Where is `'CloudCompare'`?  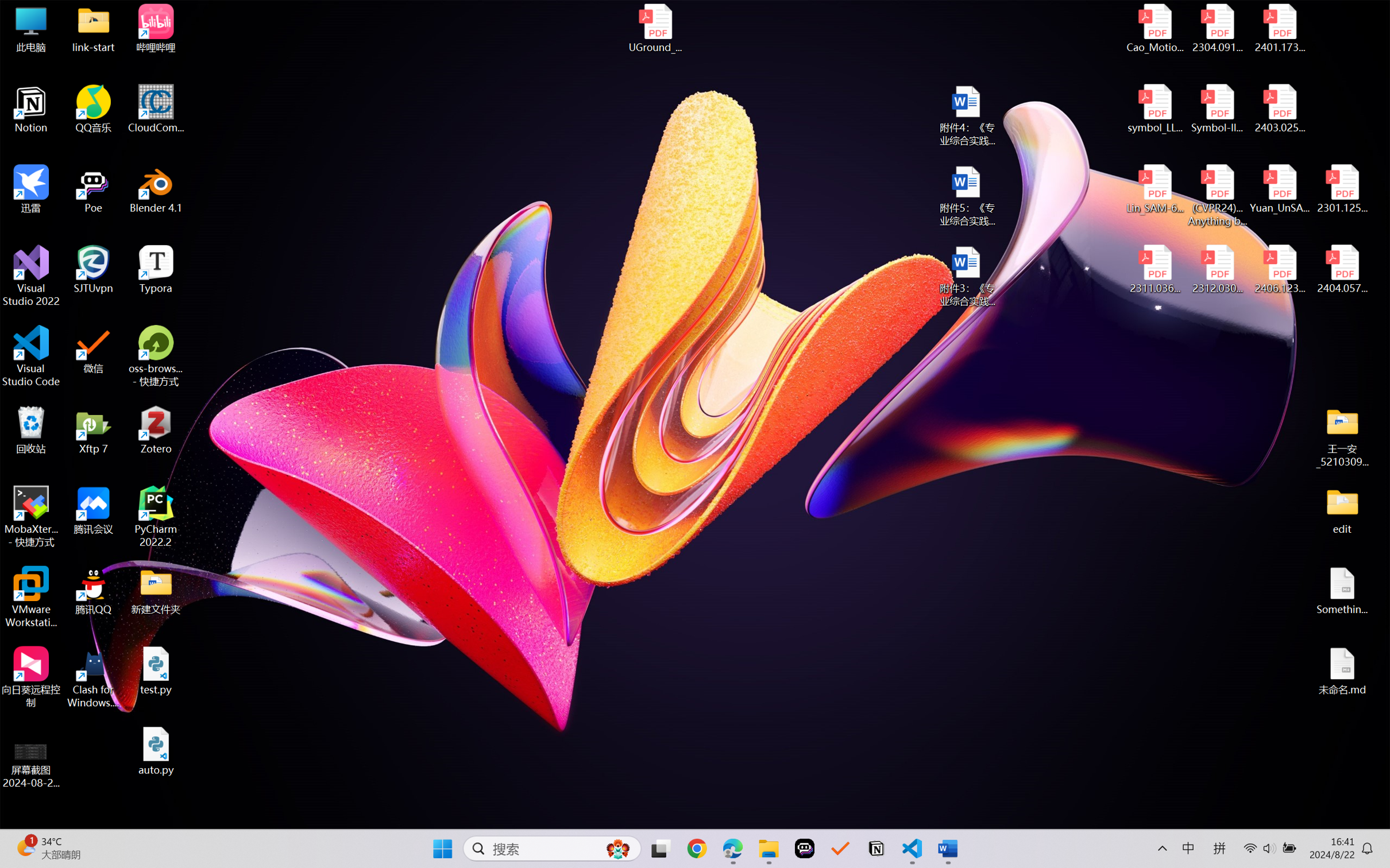 'CloudCompare' is located at coordinates (156, 109).